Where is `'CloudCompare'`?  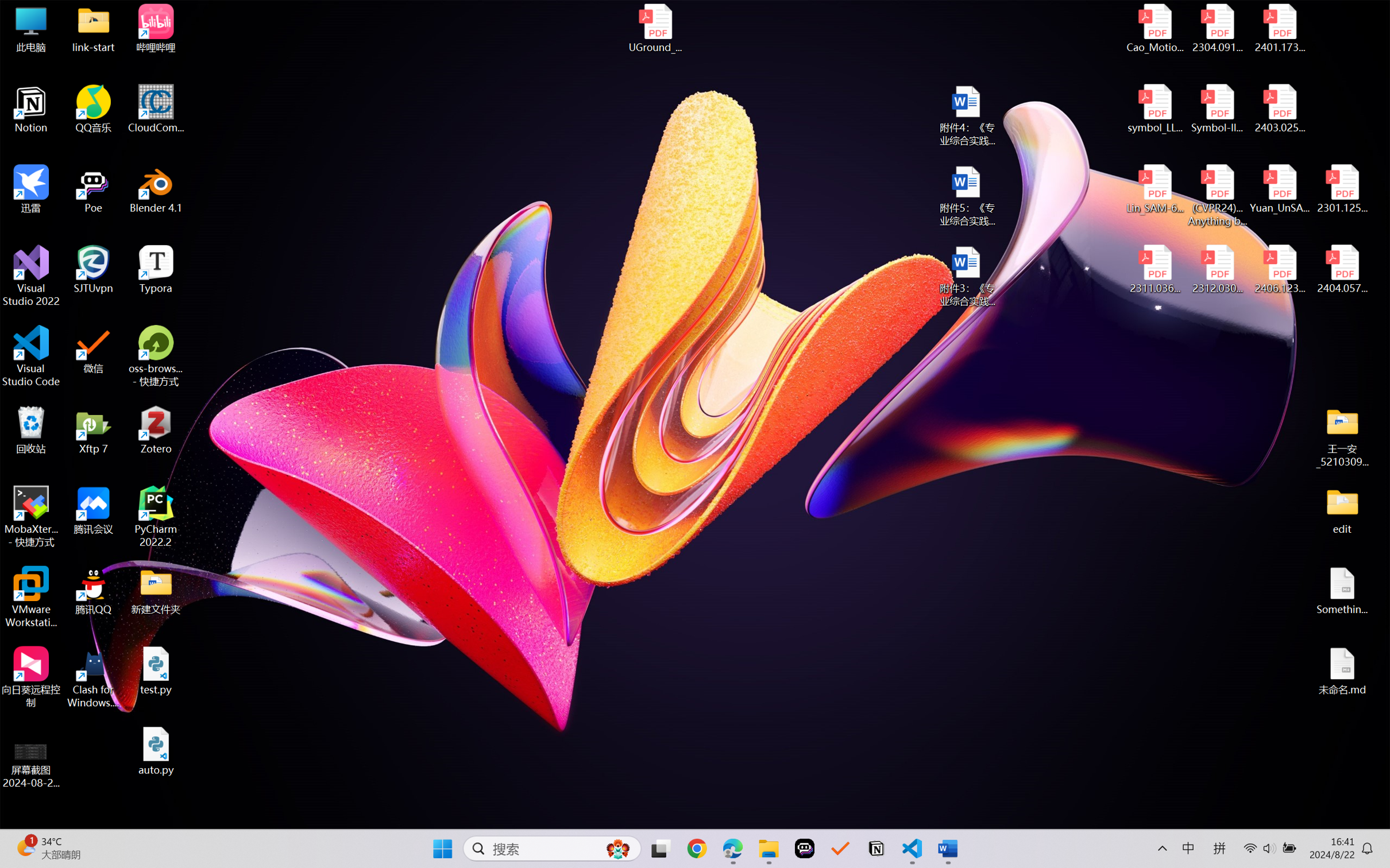 'CloudCompare' is located at coordinates (156, 109).